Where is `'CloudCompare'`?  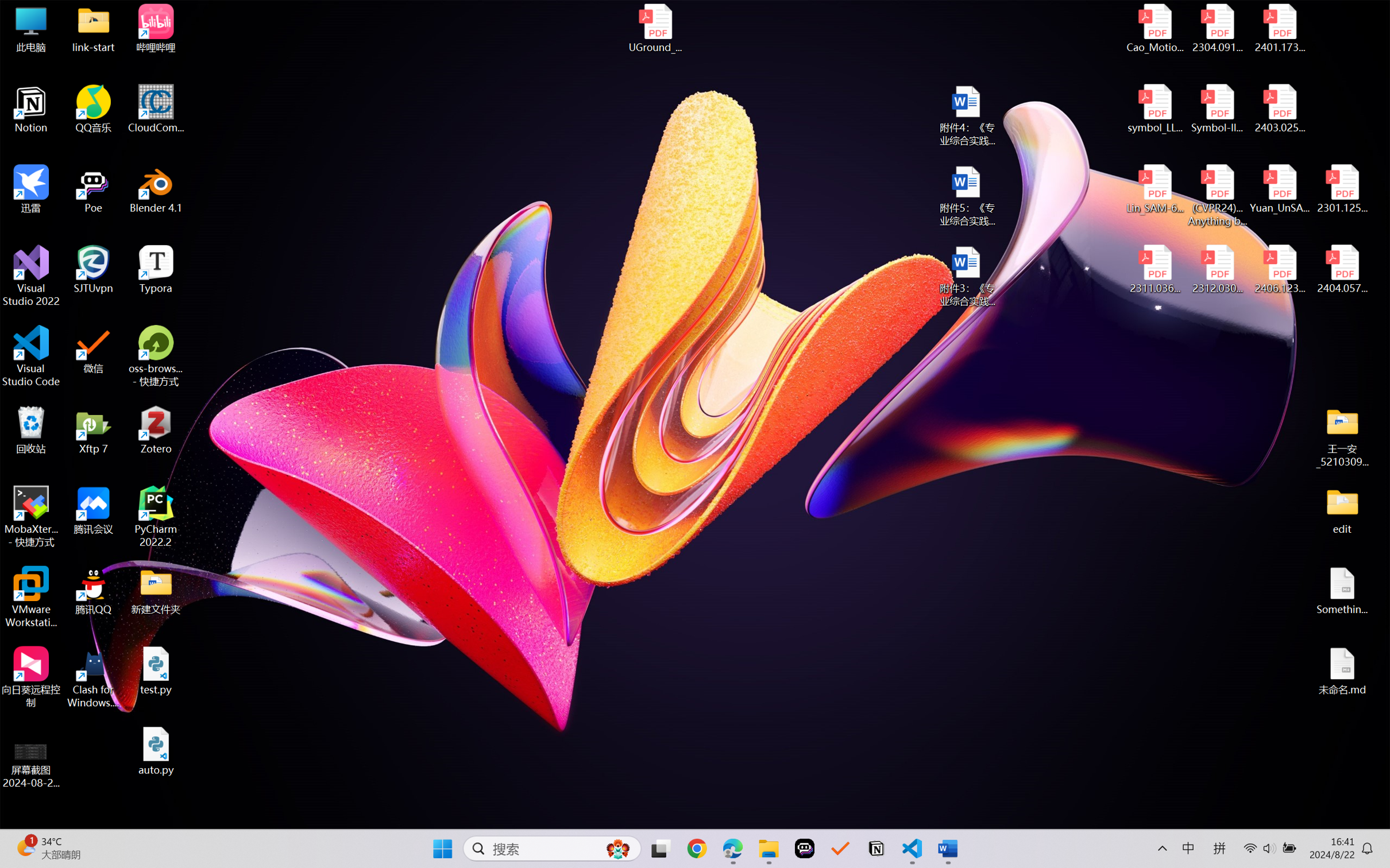 'CloudCompare' is located at coordinates (156, 109).